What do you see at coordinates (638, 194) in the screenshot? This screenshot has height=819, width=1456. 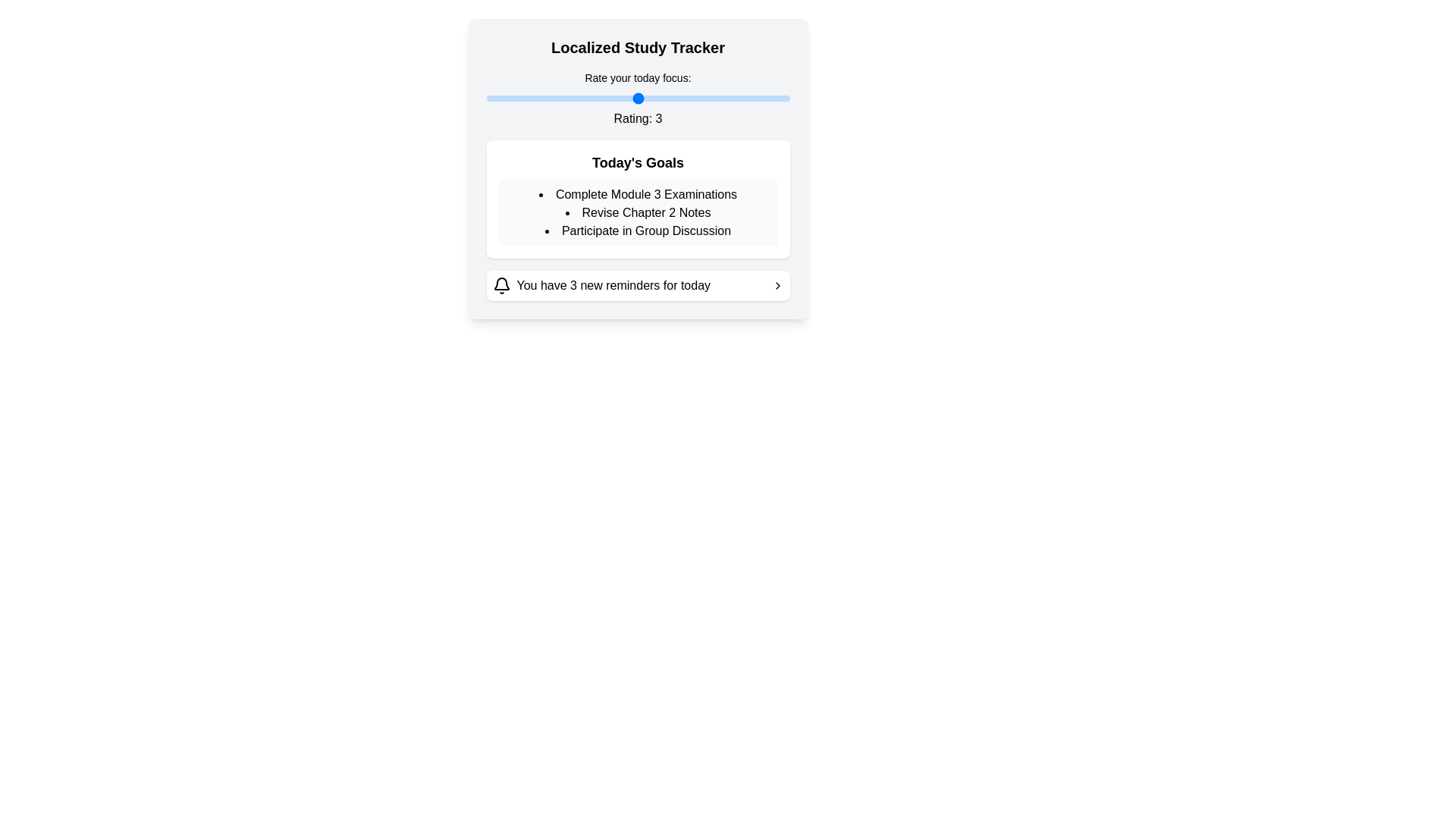 I see `the text element styled as a bullet point with the text 'Complete Module 3 Examinations' located under the heading 'Today's Goals.'` at bounding box center [638, 194].